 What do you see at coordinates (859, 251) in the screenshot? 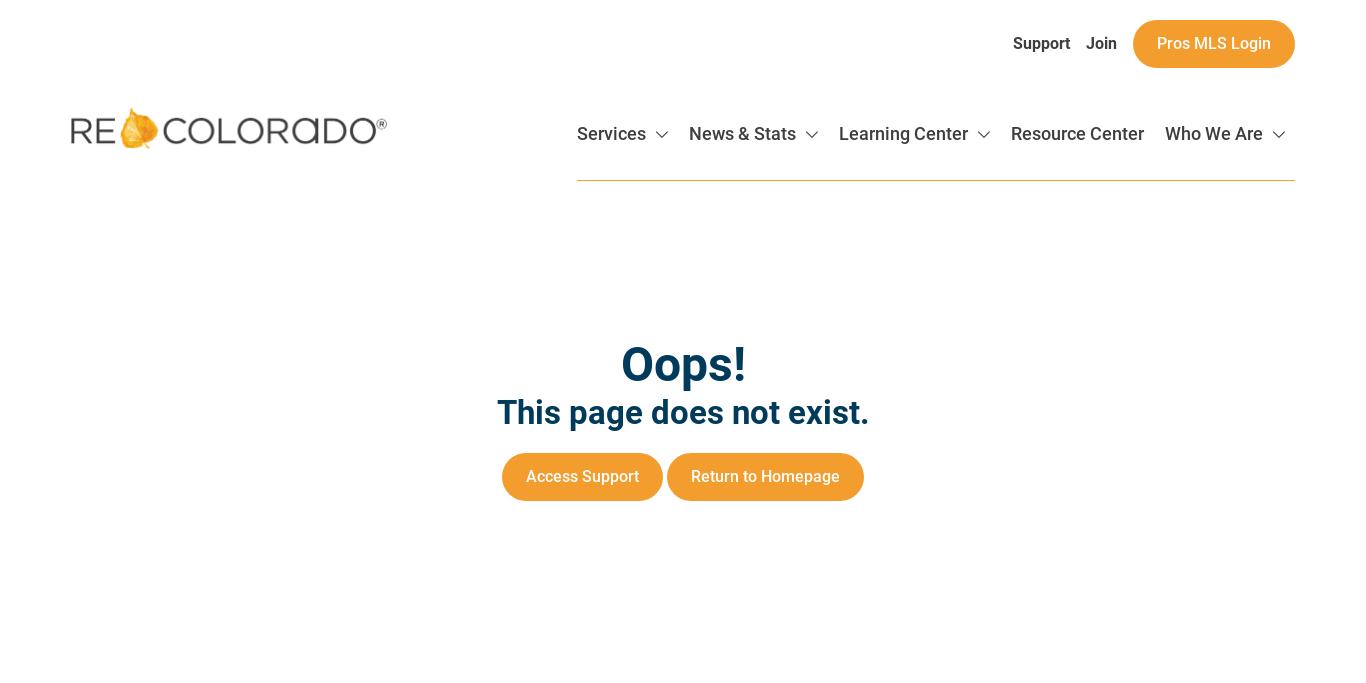
I see `'Registration'` at bounding box center [859, 251].